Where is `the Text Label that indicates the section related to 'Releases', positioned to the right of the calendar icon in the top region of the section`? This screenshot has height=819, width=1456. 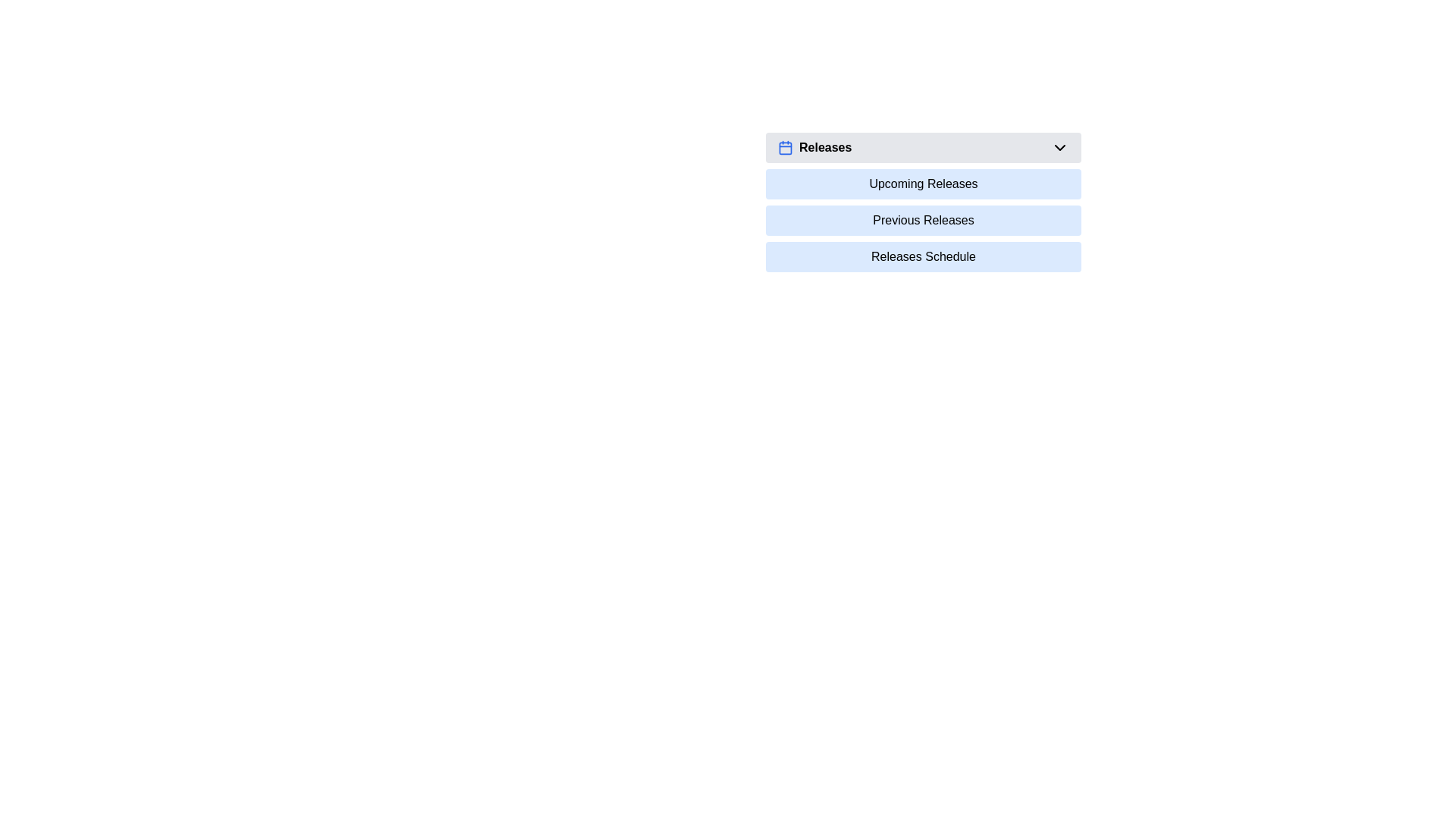
the Text Label that indicates the section related to 'Releases', positioned to the right of the calendar icon in the top region of the section is located at coordinates (824, 148).